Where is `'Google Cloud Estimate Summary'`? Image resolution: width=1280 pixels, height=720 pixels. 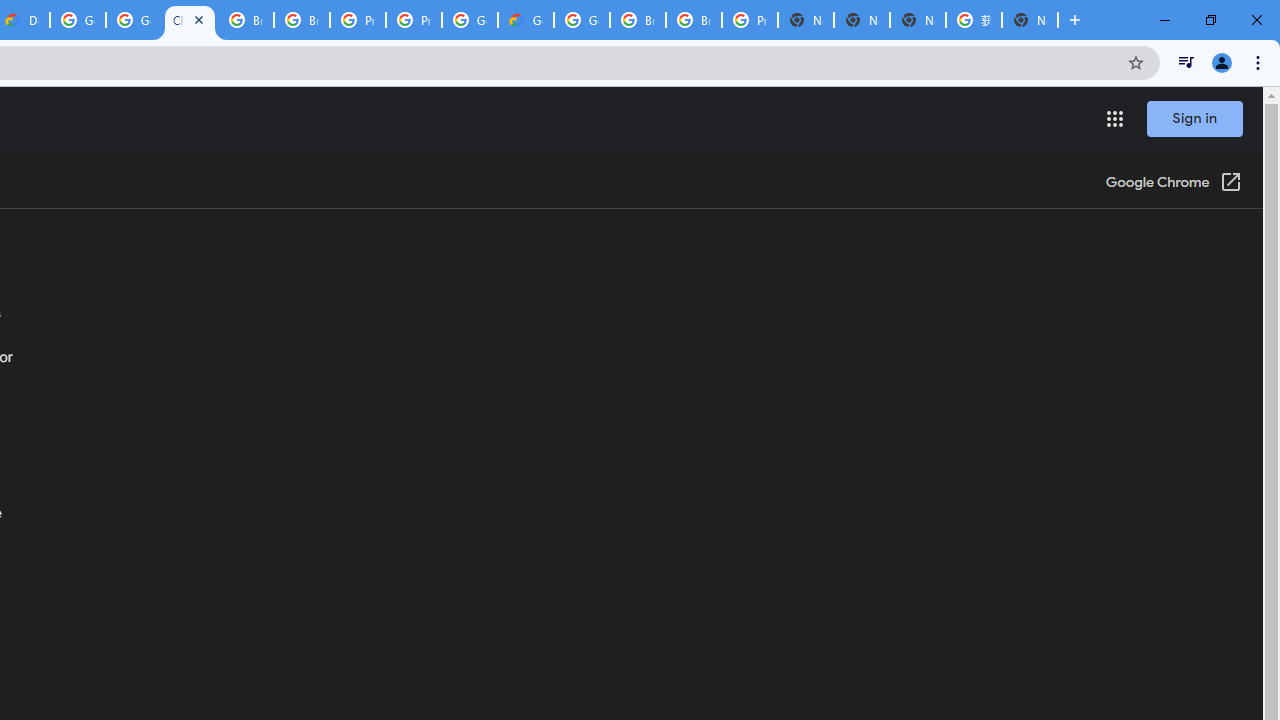 'Google Cloud Estimate Summary' is located at coordinates (526, 20).